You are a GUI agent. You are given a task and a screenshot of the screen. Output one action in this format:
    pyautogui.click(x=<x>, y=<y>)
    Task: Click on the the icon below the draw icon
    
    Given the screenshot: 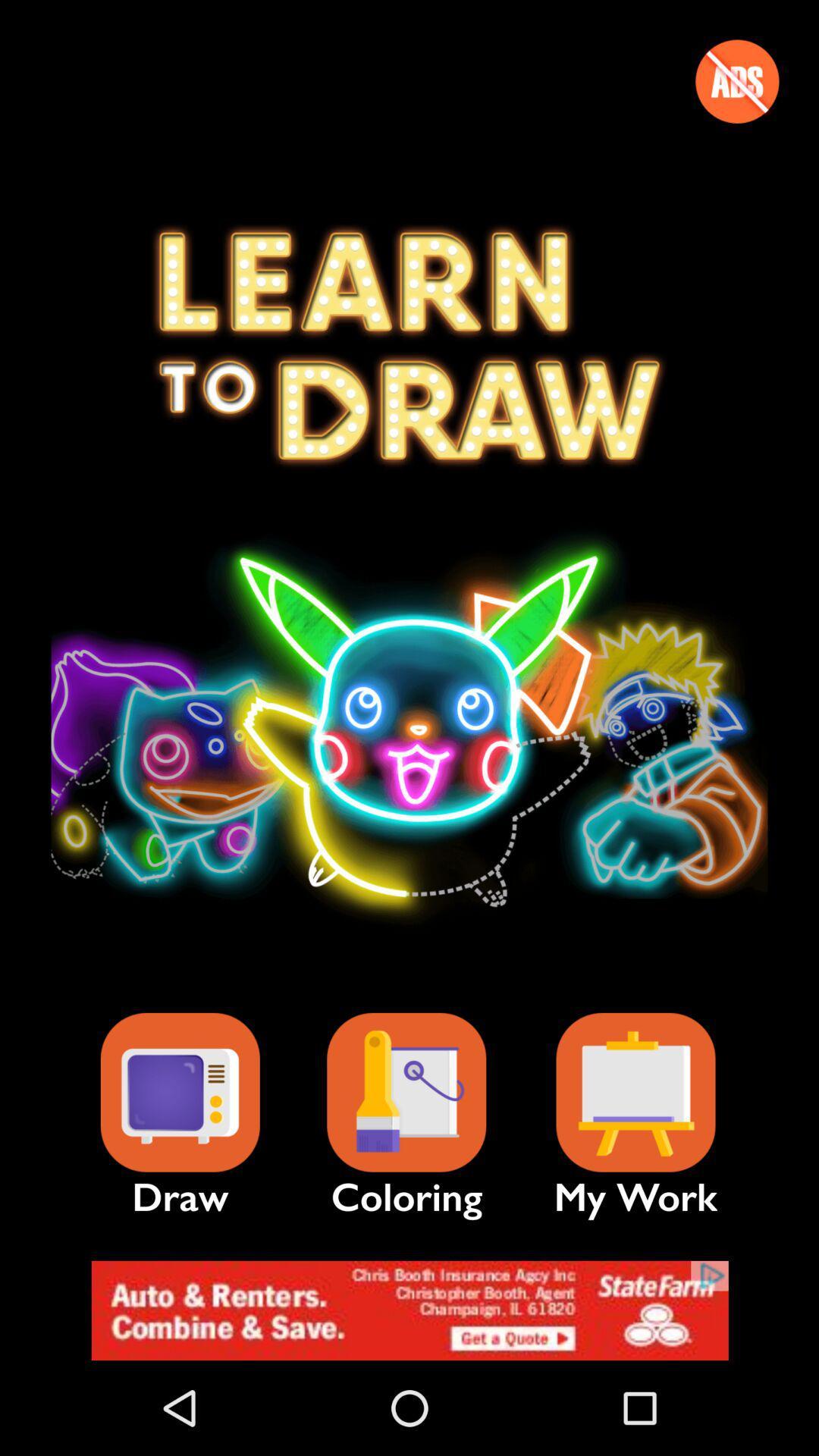 What is the action you would take?
    pyautogui.click(x=409, y=1310)
    